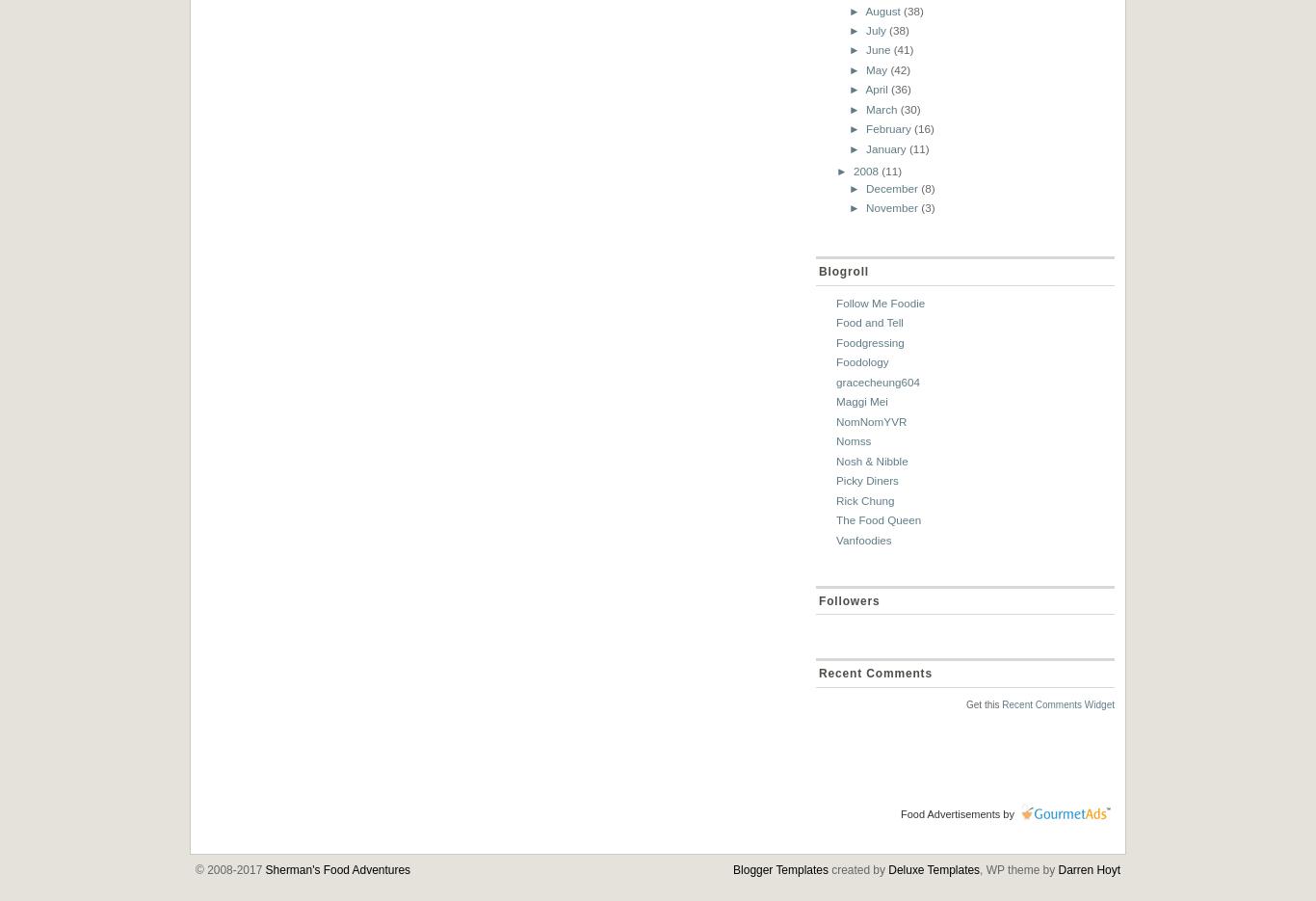 The width and height of the screenshot is (1316, 901). What do you see at coordinates (336, 870) in the screenshot?
I see `'Sherman's Food Adventures'` at bounding box center [336, 870].